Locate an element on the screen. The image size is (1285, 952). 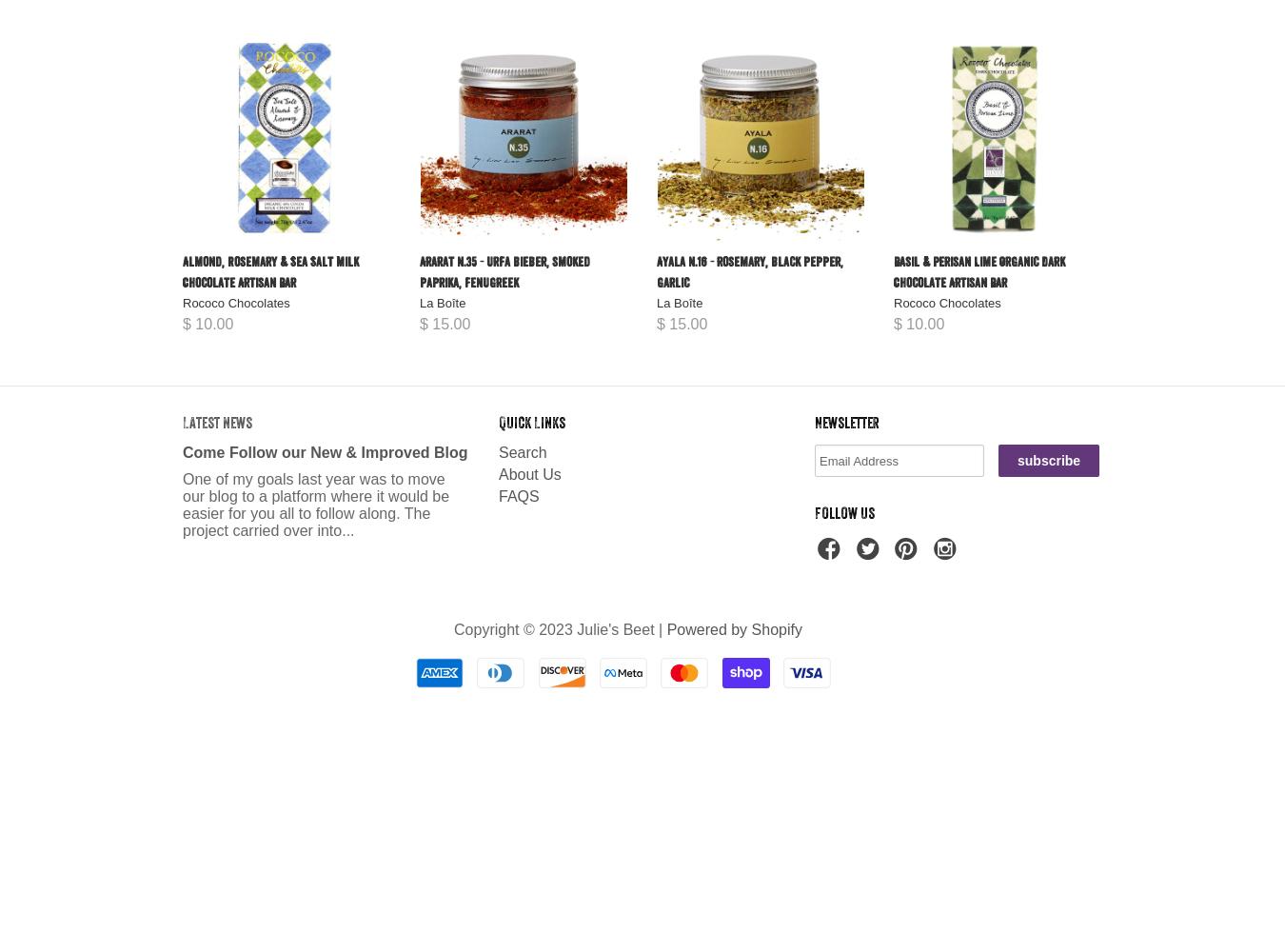
'Almond, Rosemary & Sea Salt Milk Chocolate Artisan Bar' is located at coordinates (269, 272).